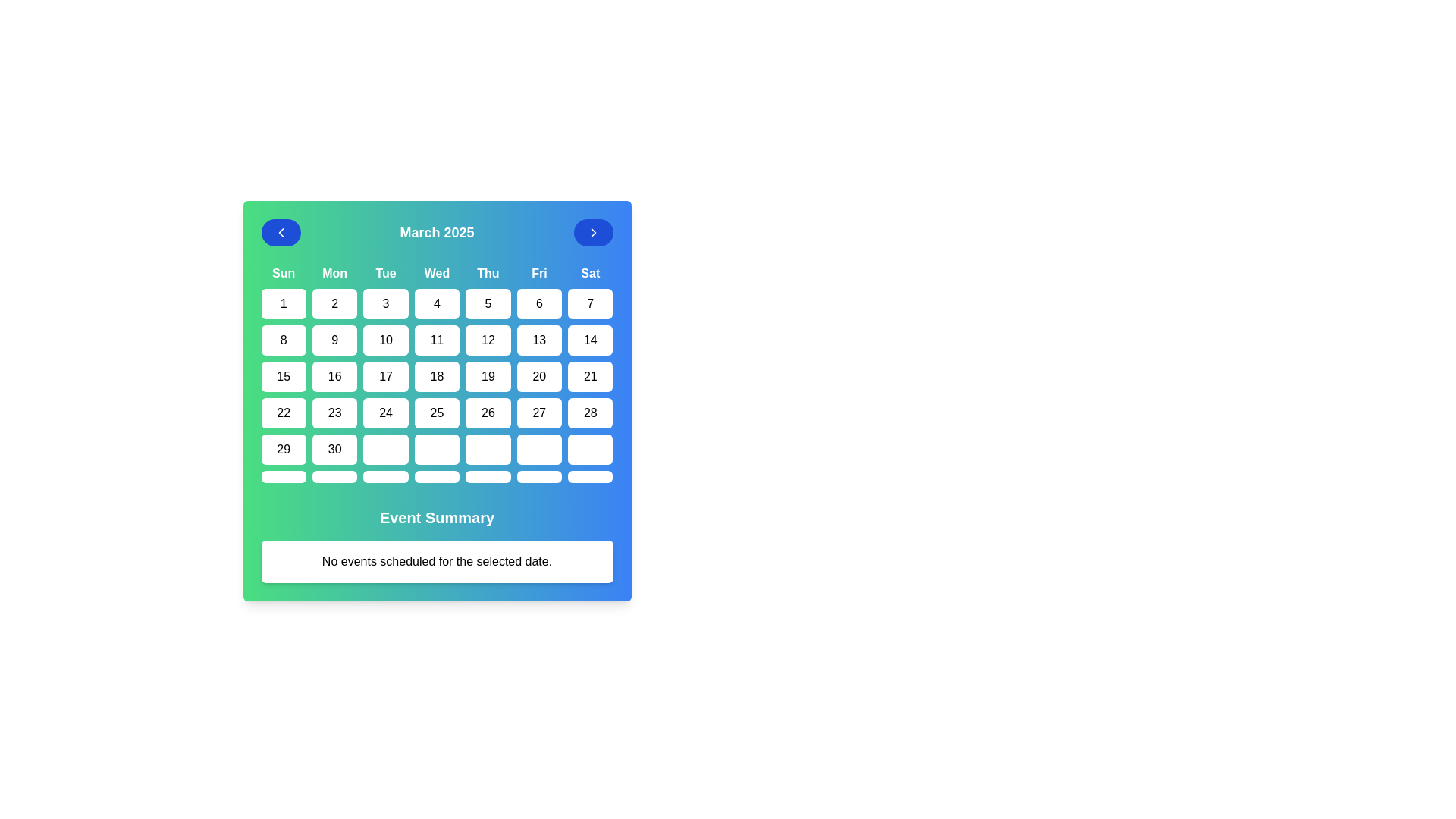  Describe the element at coordinates (589, 274) in the screenshot. I see `the static text label 'Sat', which is bold and centrally aligned, located in the topmost row of the calendar component as the last element in that row` at that location.